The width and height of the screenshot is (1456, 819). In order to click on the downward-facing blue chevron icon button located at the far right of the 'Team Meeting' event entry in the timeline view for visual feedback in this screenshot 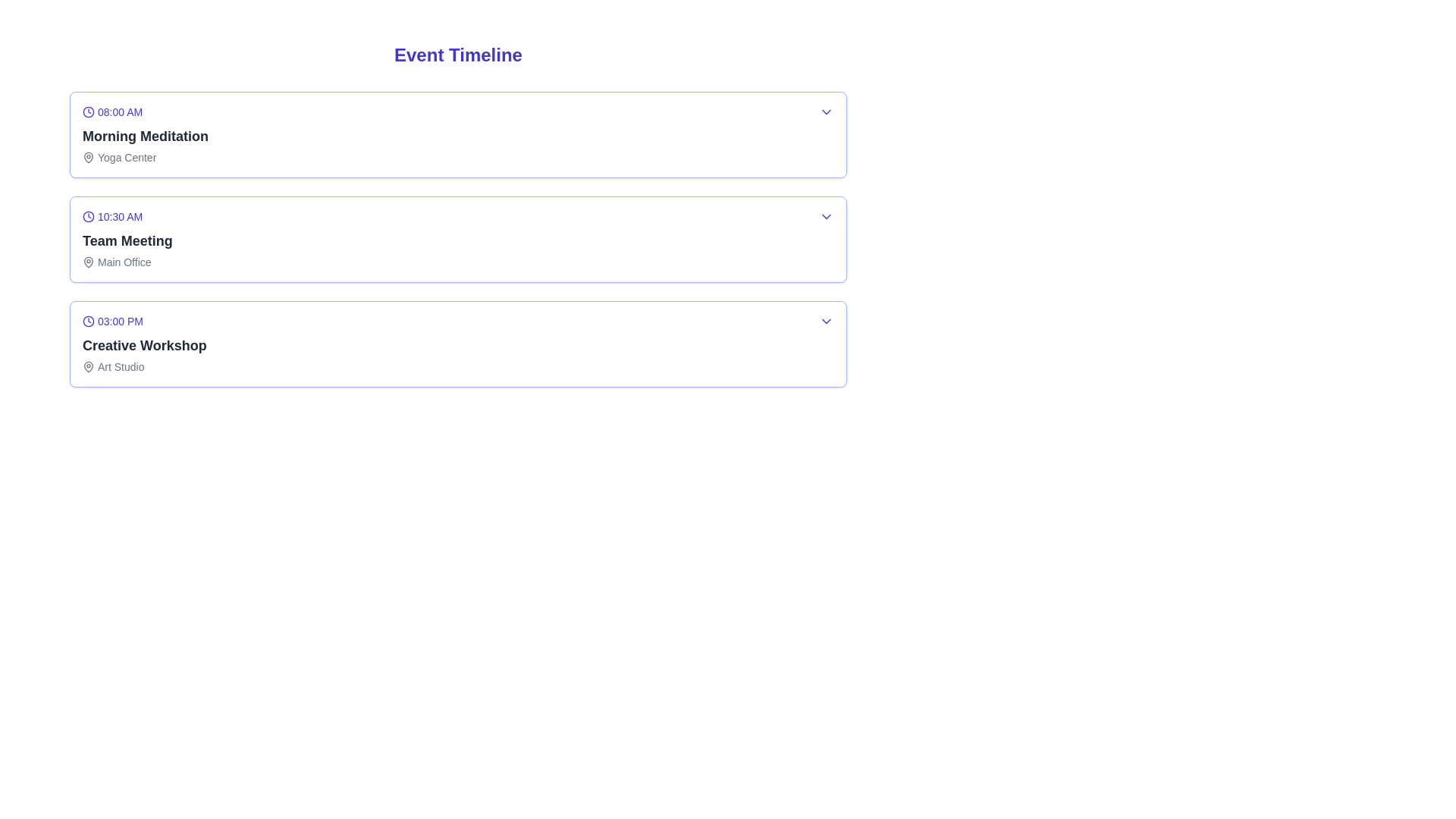, I will do `click(825, 216)`.